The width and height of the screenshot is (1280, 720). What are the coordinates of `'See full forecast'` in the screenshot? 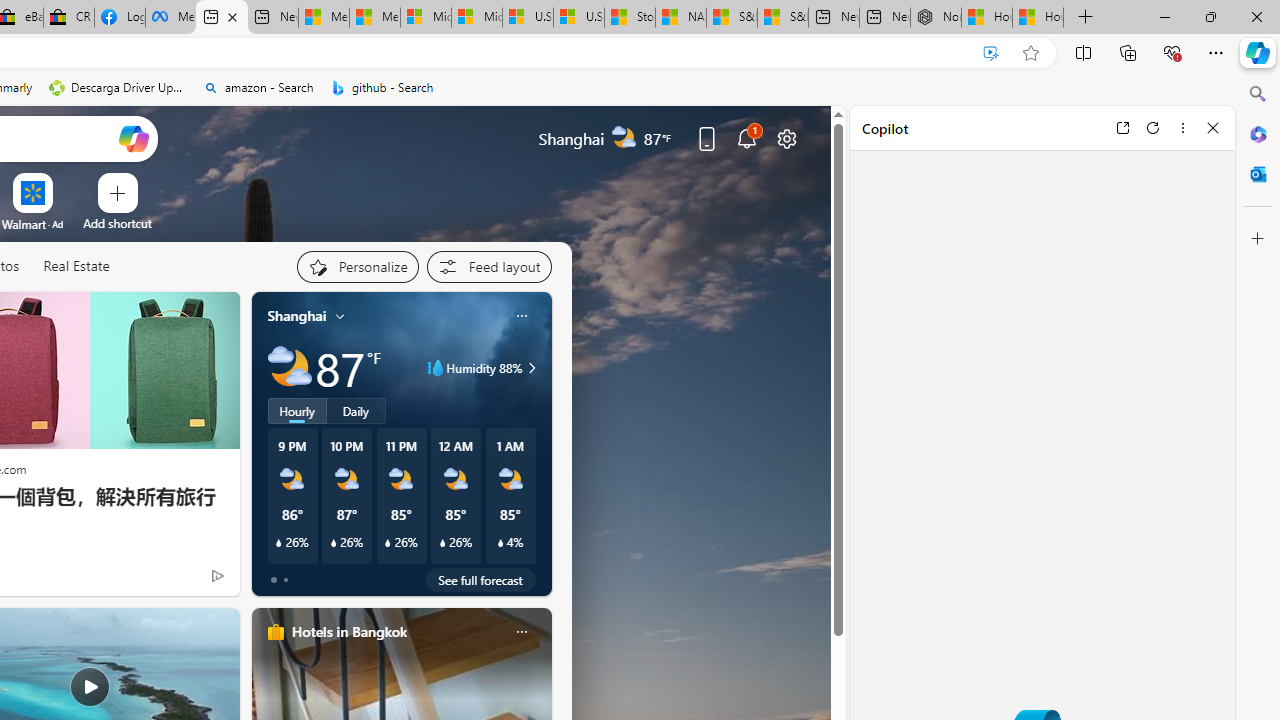 It's located at (480, 579).